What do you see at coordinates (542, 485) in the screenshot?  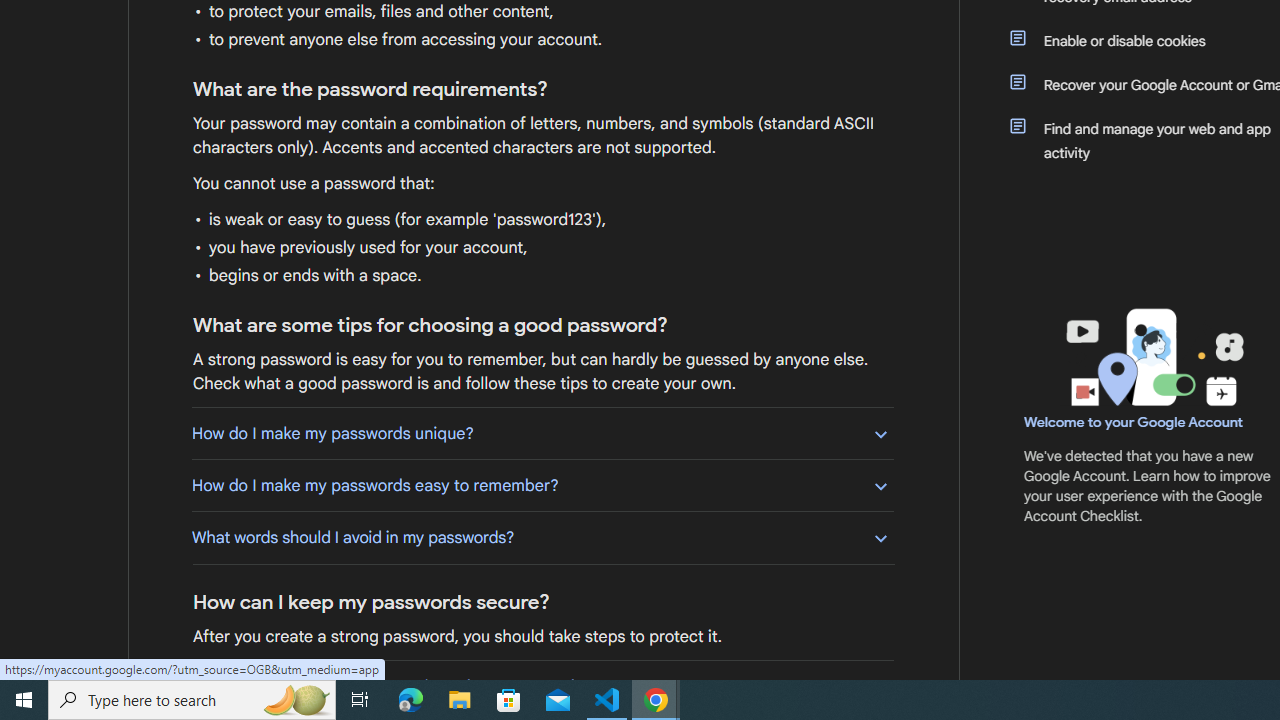 I see `'How do I make my passwords easy to remember?'` at bounding box center [542, 485].